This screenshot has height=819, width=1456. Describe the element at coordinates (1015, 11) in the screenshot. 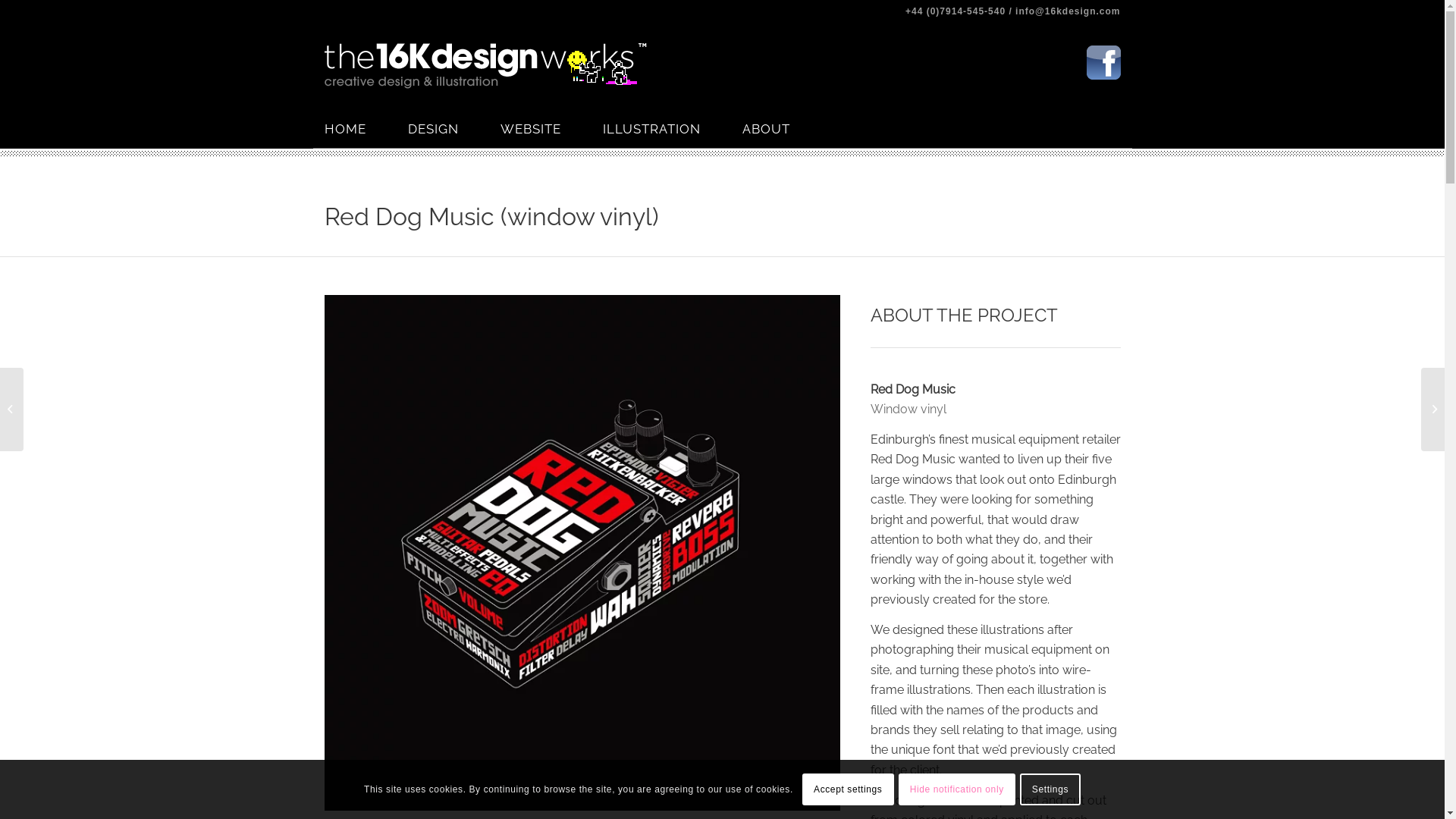

I see `'info@16kdesign.com'` at that location.